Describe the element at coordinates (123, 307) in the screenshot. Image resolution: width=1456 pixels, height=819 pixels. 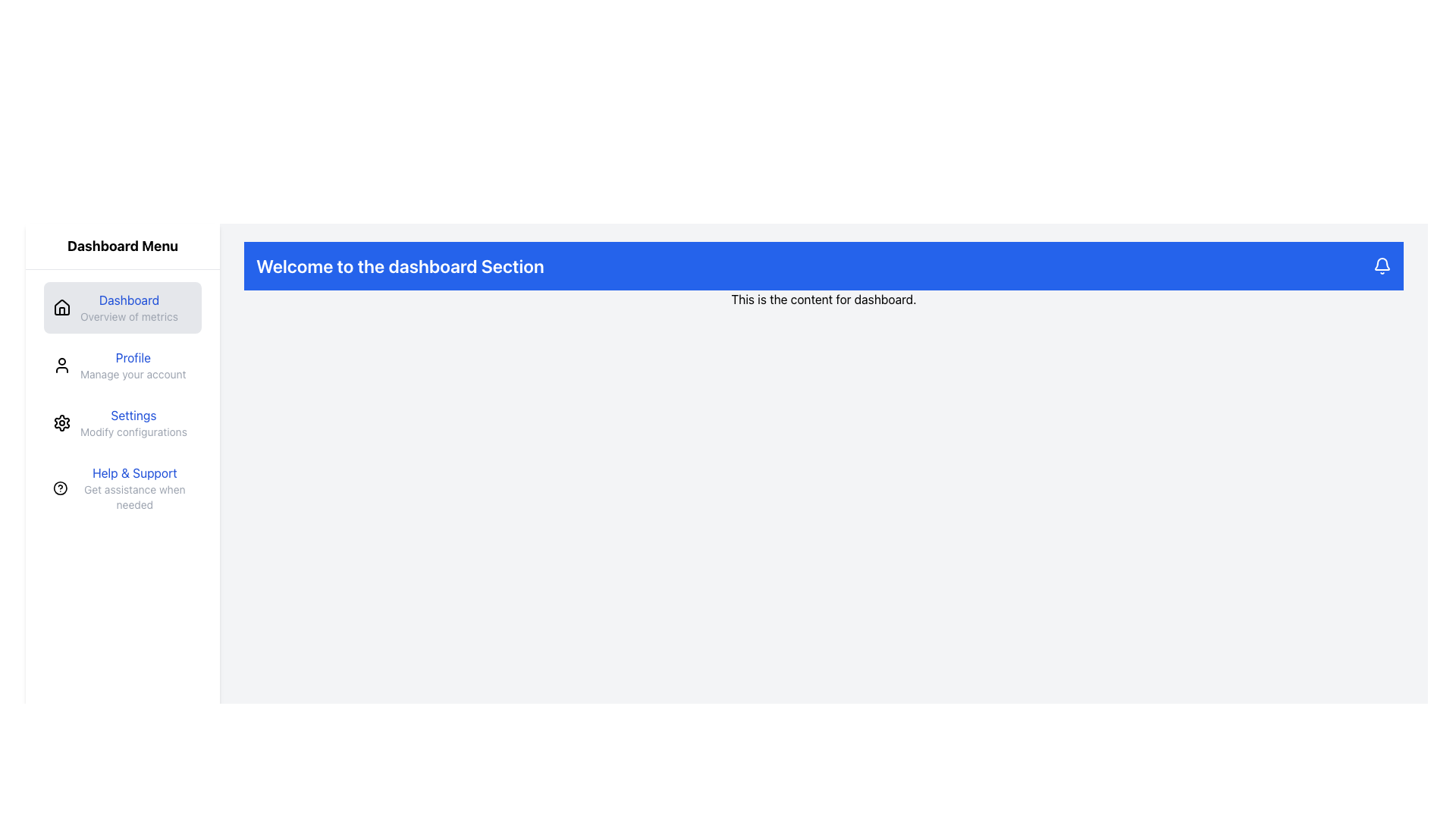
I see `the first navigation menu item that directs to the dashboard section of the application` at that location.